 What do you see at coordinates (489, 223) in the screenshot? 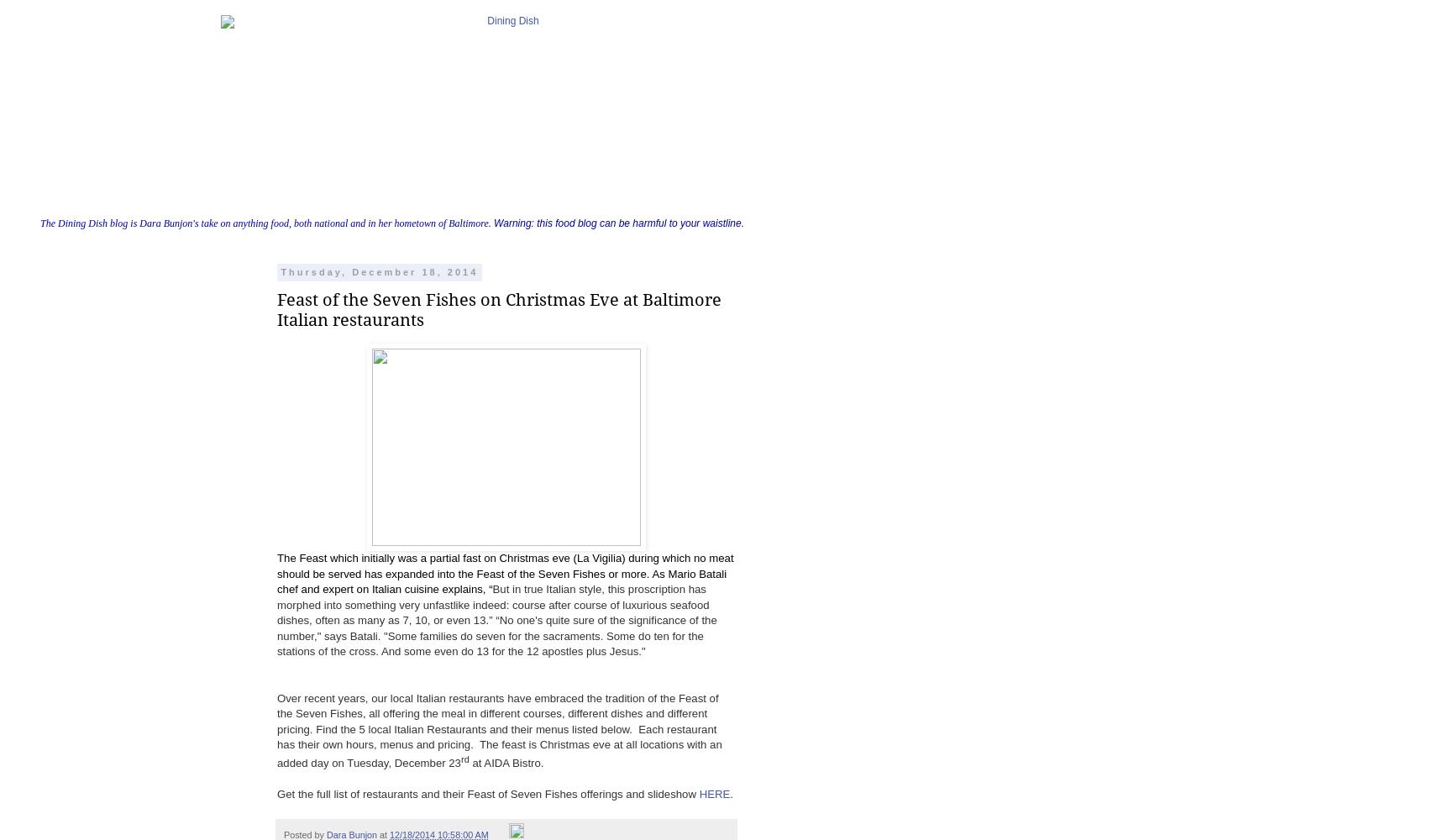
I see `'Warning: this food blog can be harmful to your waistline.'` at bounding box center [489, 223].